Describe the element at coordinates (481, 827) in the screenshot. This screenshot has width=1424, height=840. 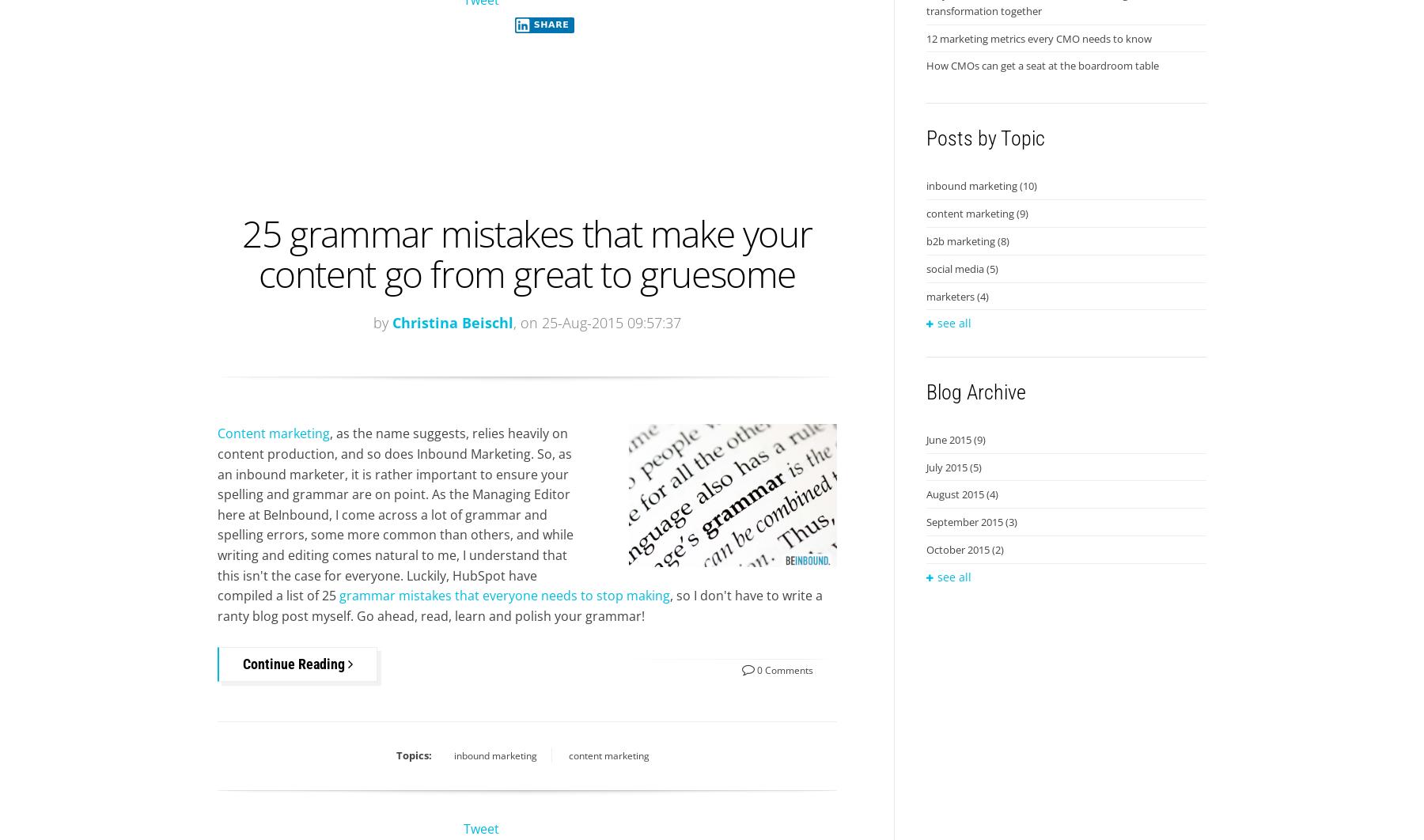
I see `'Tweet'` at that location.